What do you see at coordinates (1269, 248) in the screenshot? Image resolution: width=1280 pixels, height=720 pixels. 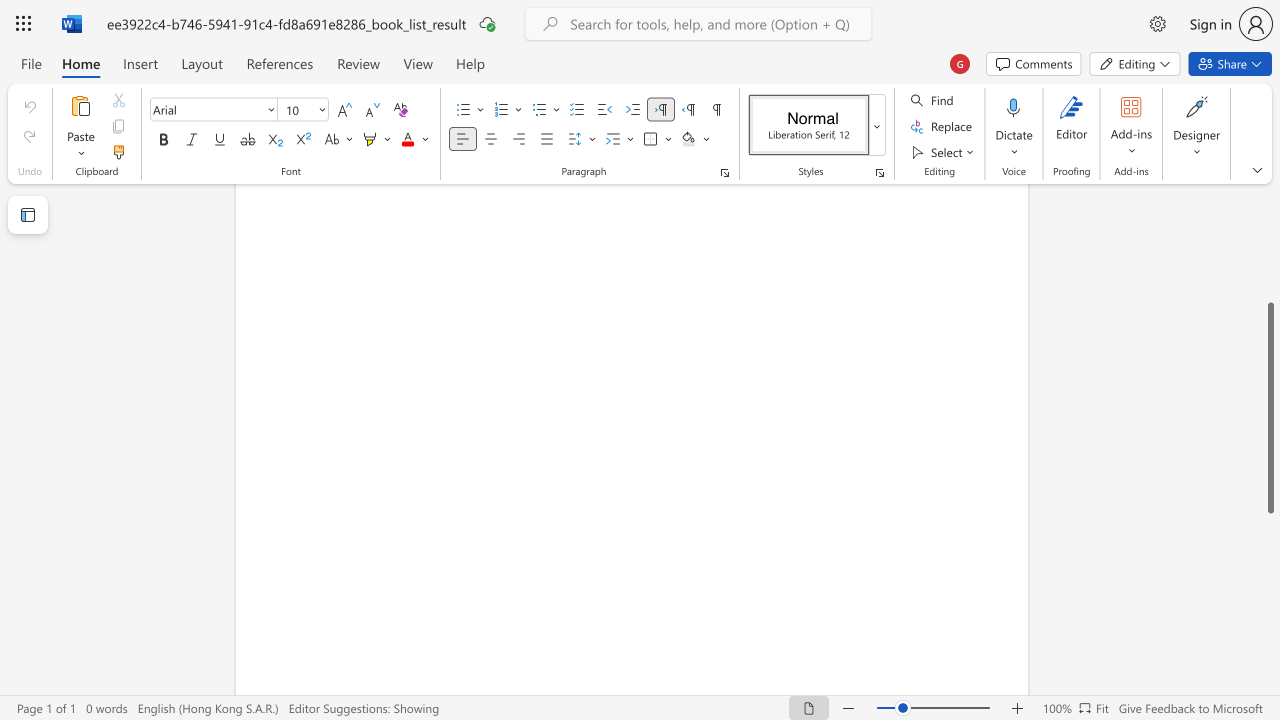 I see `the scrollbar on the side` at bounding box center [1269, 248].